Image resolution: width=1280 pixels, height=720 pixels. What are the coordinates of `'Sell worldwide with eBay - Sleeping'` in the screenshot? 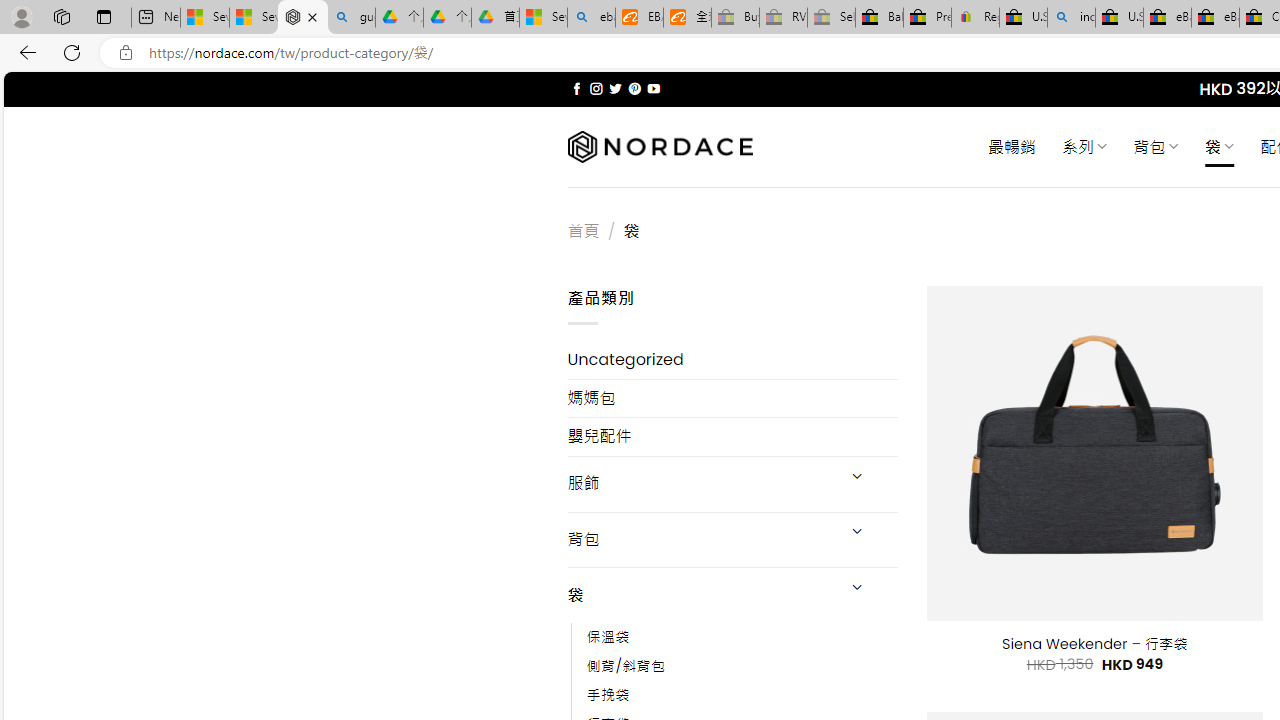 It's located at (831, 17).